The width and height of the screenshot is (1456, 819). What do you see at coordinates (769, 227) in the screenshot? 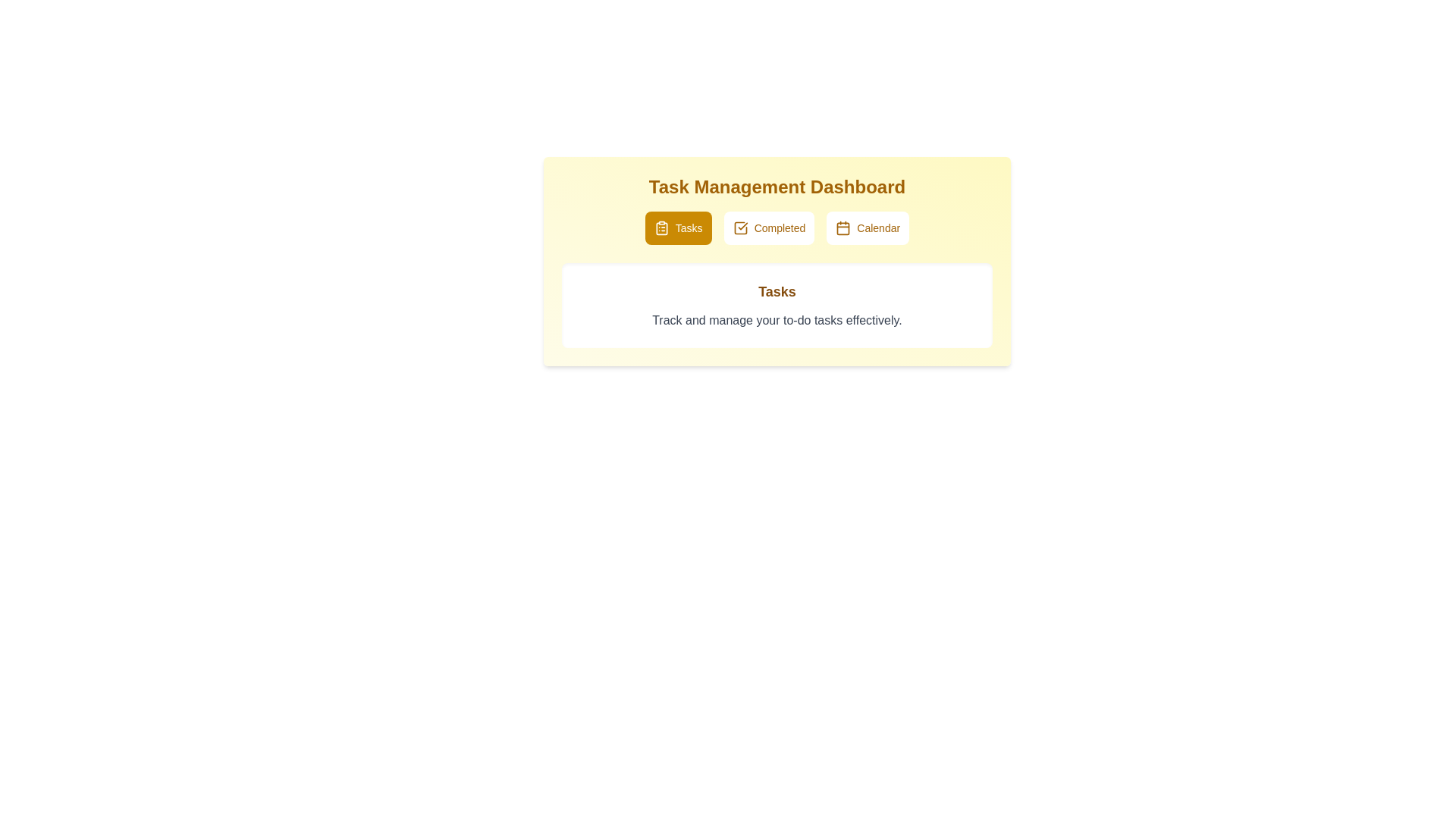
I see `the Completed button to observe its UI effects` at bounding box center [769, 227].